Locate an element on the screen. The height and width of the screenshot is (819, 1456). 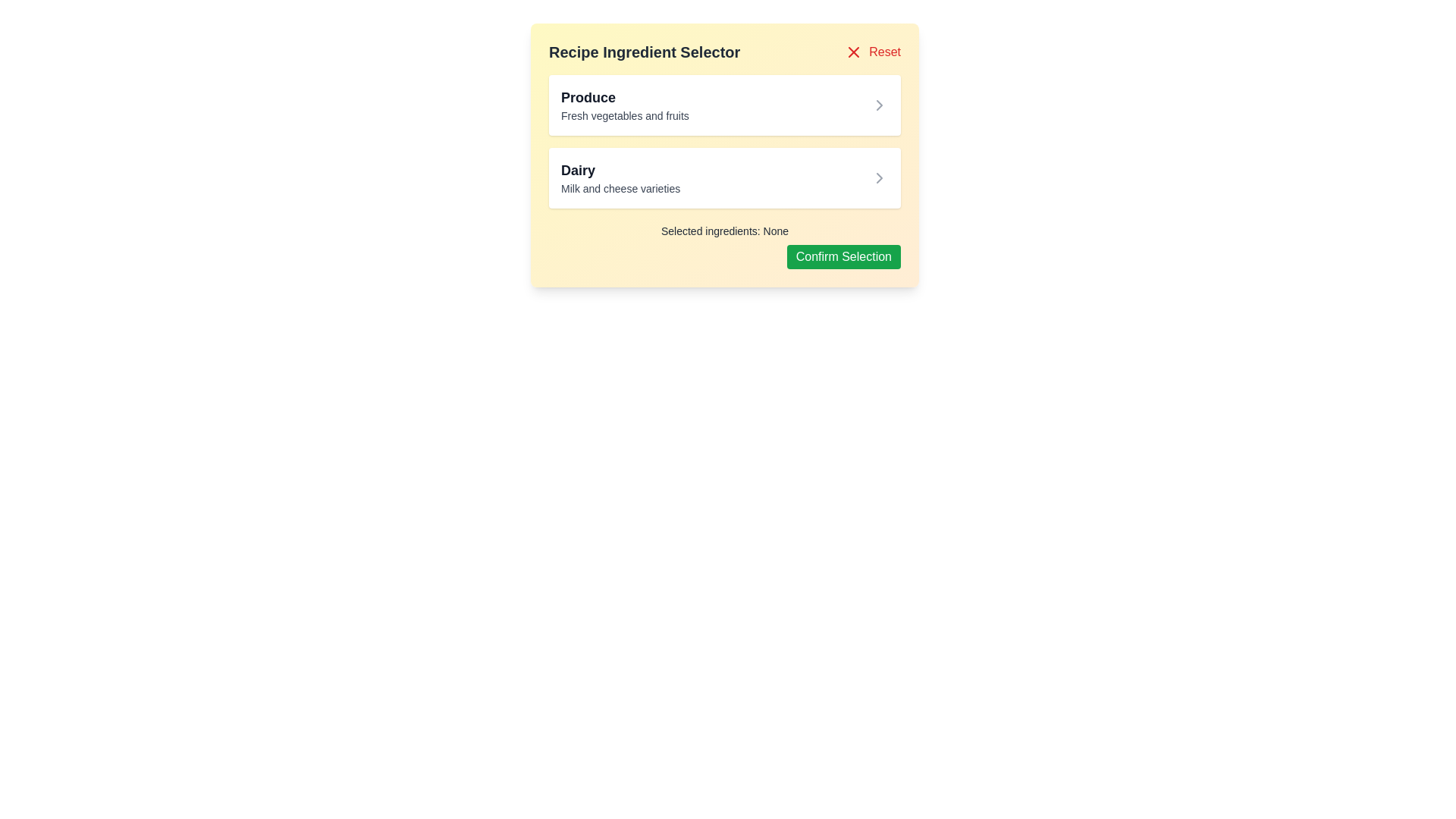
the 'Confirm' button located in the bottom-right corner of the 'Recipe Ingredient Selector' dialog to confirm the current selection of items is located at coordinates (843, 256).